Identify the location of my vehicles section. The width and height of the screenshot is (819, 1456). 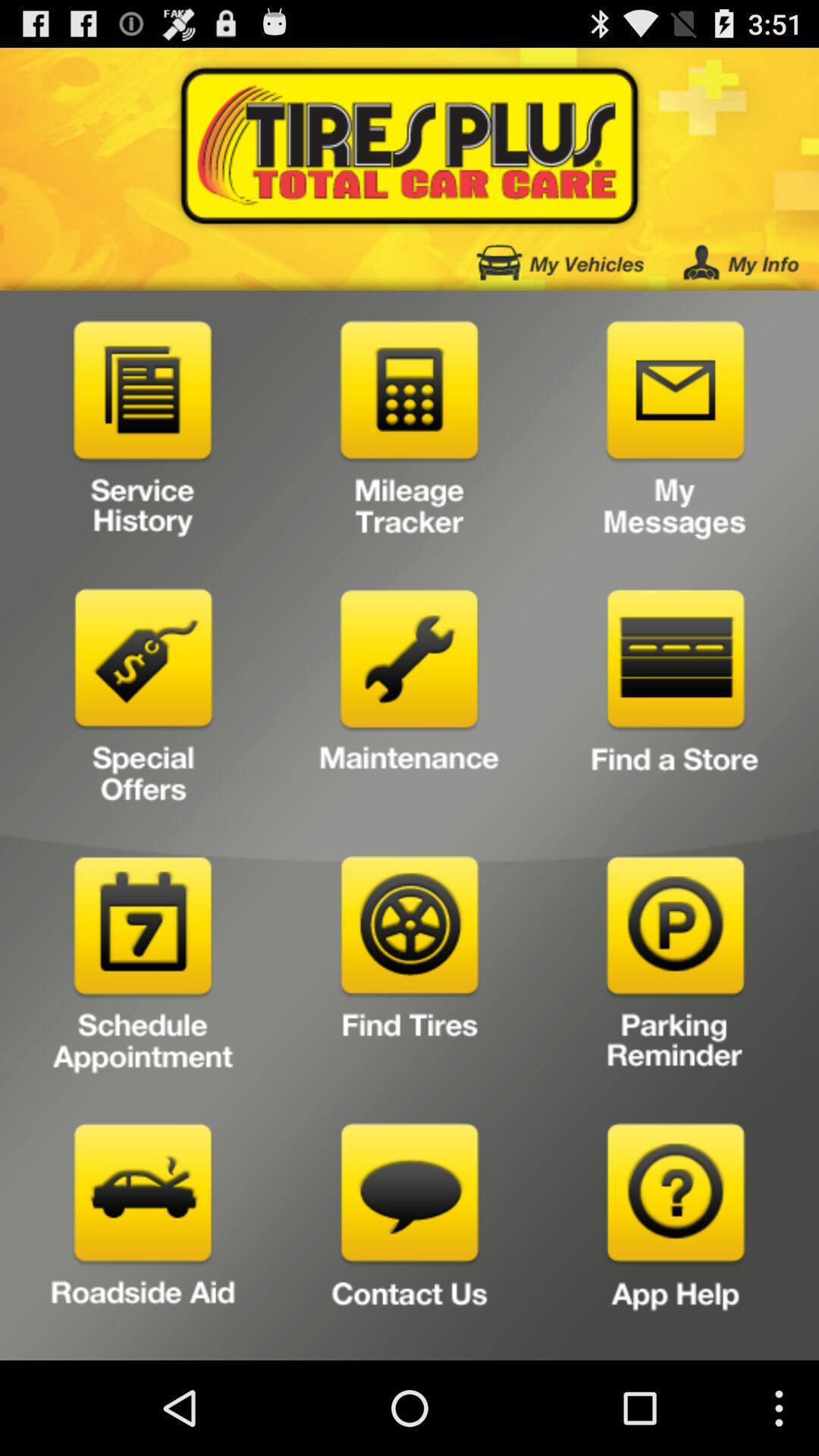
(560, 262).